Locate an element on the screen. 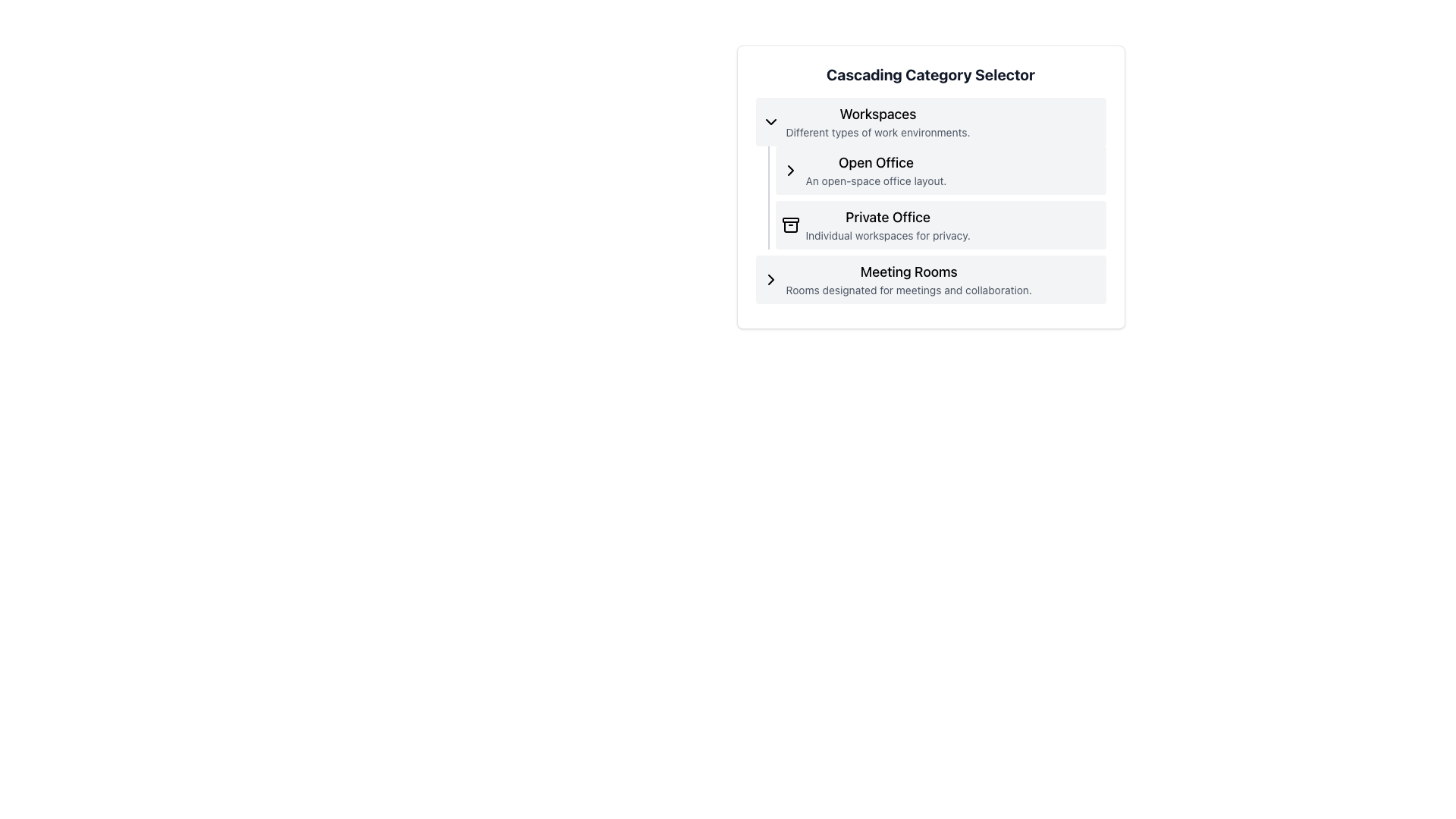 This screenshot has width=1456, height=819. the thin horizontal bar at the top of the archive icon, which has a black outline and a white fill, located left of the 'Private Office' label is located at coordinates (789, 220).